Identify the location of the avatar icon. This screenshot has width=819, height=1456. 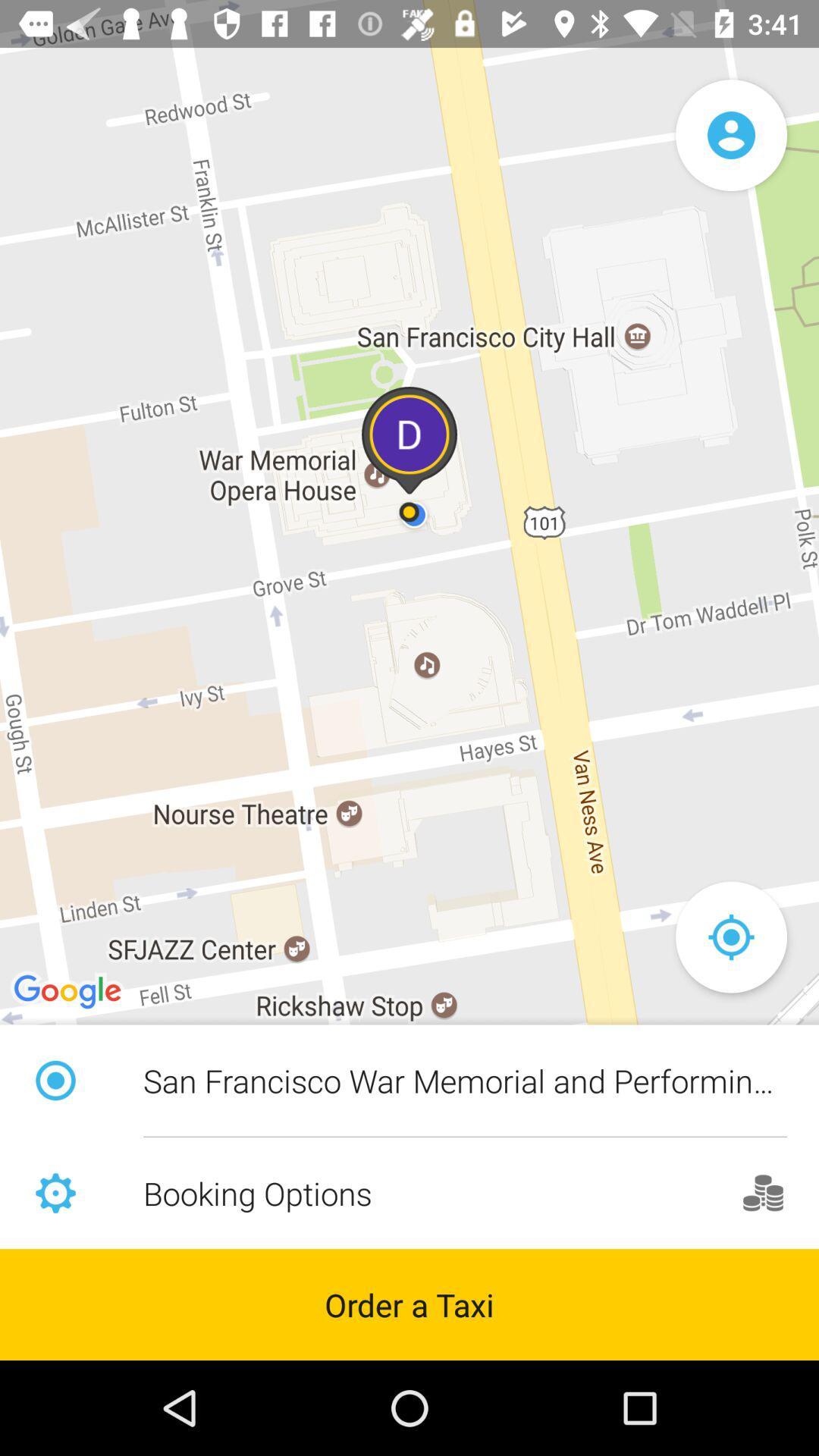
(730, 135).